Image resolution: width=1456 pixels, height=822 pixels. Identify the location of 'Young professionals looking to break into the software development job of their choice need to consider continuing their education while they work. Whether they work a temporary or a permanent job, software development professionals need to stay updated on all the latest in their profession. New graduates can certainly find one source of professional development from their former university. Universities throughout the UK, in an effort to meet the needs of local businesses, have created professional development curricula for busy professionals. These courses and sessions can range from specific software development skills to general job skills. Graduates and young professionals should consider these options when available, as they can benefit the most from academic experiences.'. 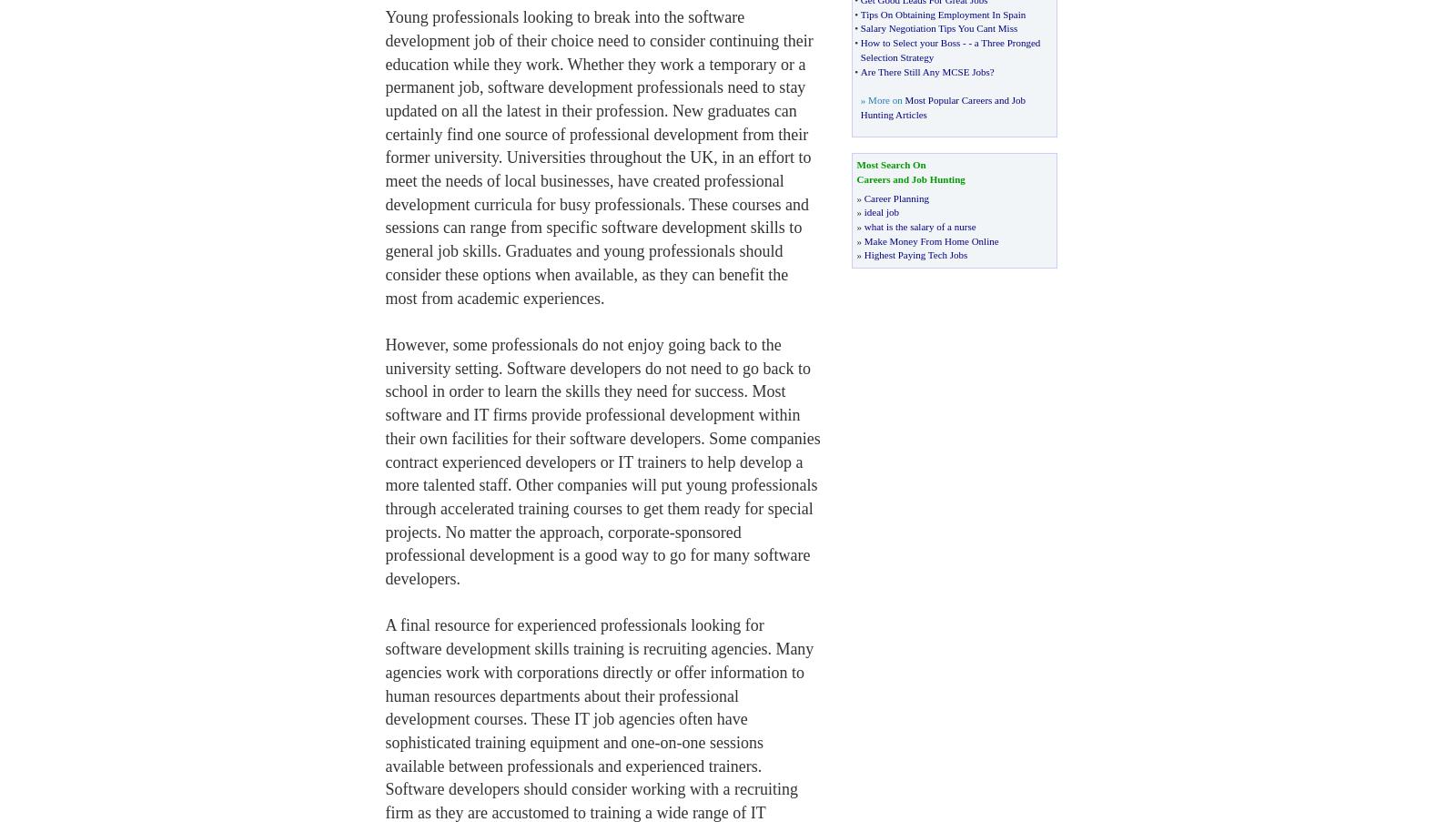
(599, 157).